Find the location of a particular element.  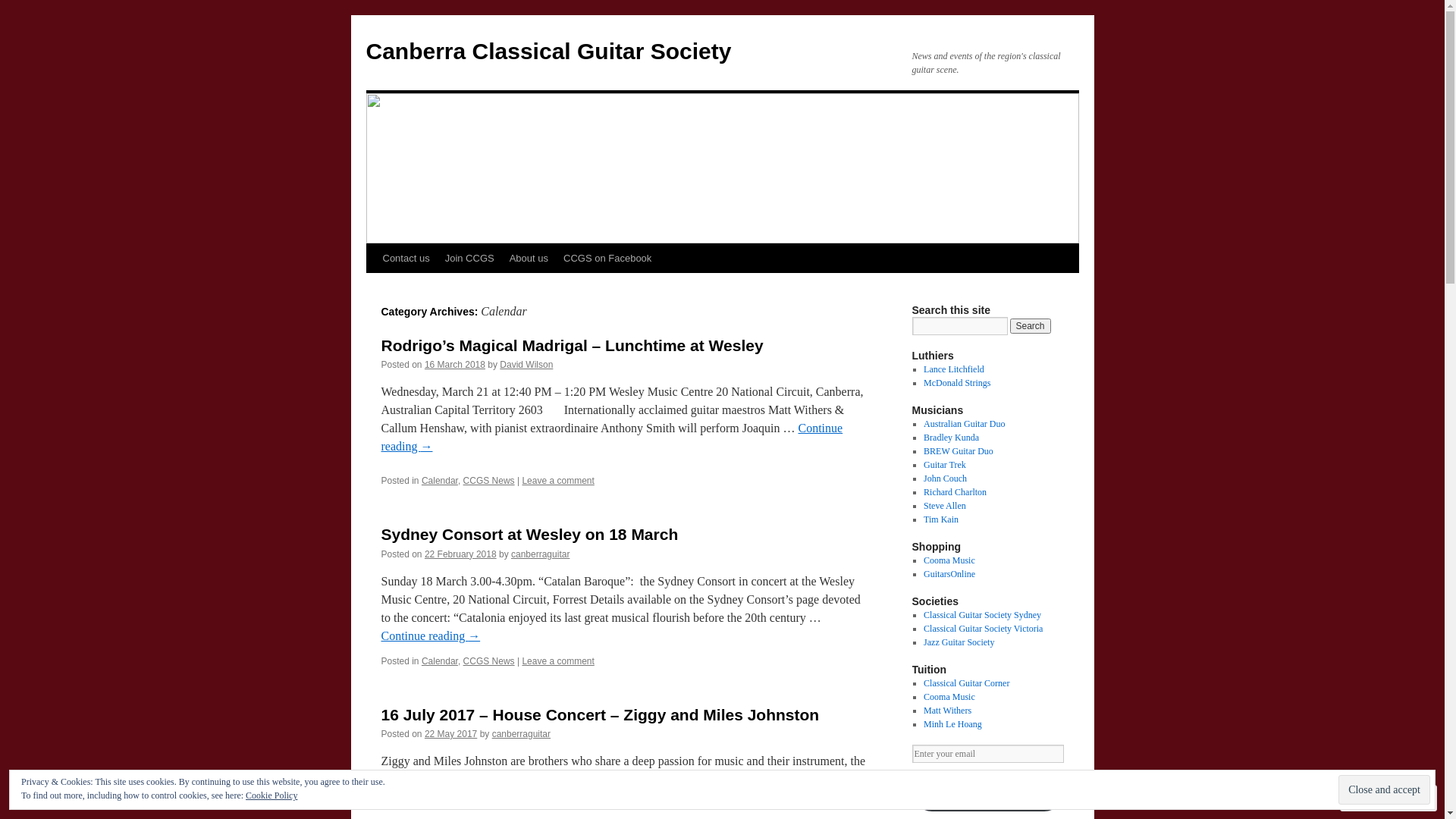

'Guitar Trek' is located at coordinates (944, 464).